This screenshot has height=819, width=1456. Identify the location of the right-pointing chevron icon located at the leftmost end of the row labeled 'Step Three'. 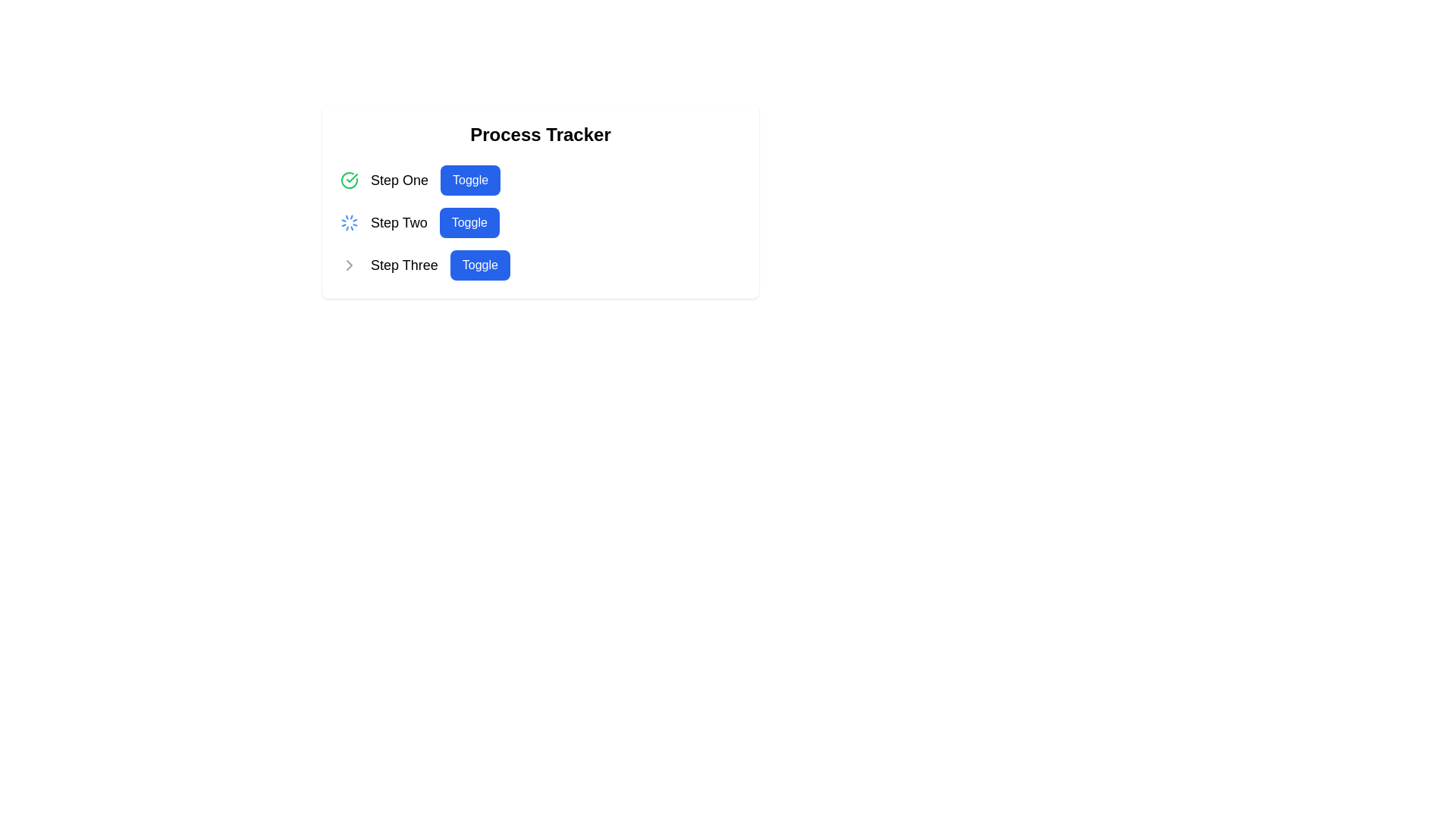
(348, 265).